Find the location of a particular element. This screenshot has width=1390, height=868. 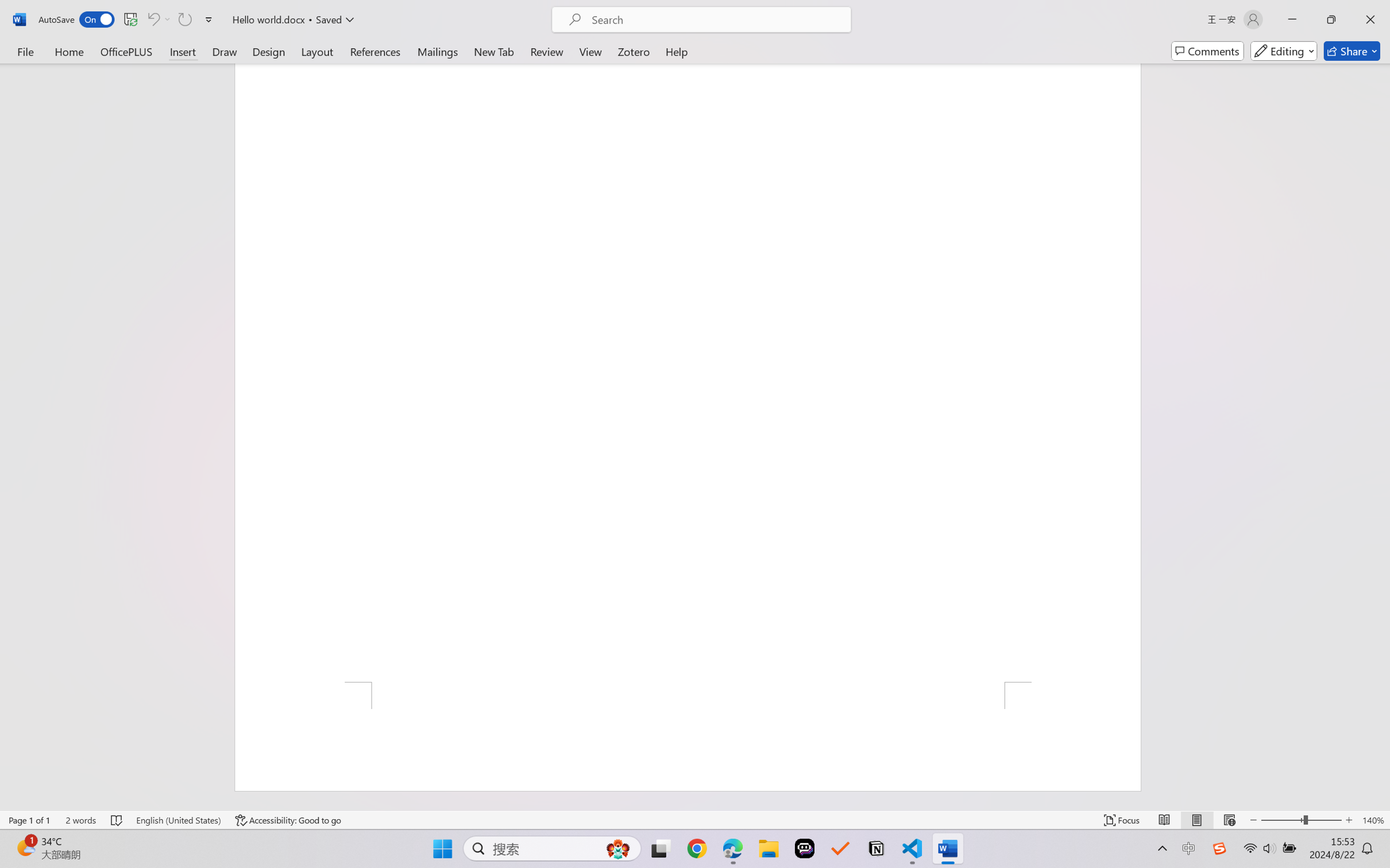

'Zoom In' is located at coordinates (1349, 820).